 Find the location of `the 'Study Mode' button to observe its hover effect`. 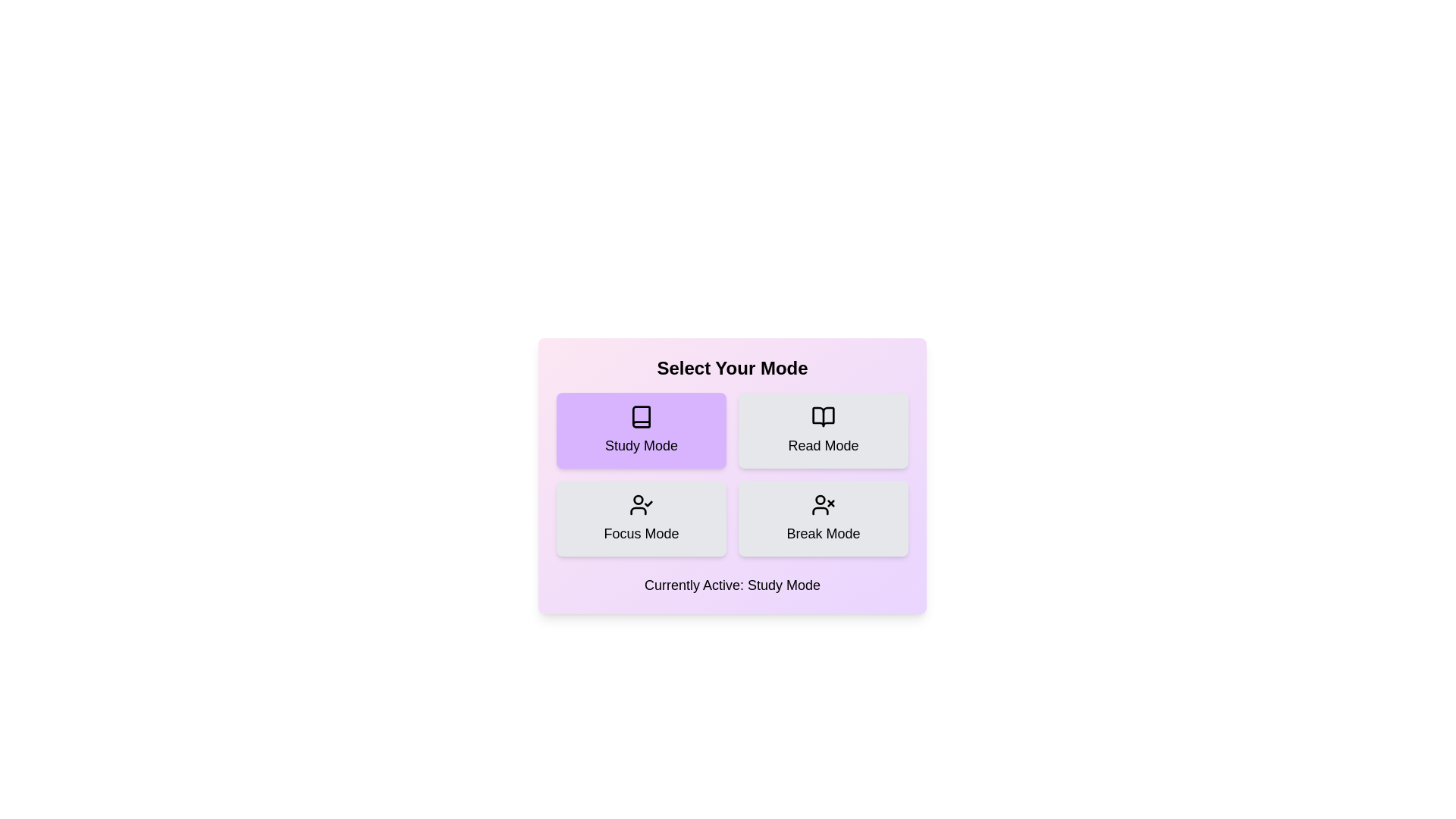

the 'Study Mode' button to observe its hover effect is located at coordinates (641, 430).